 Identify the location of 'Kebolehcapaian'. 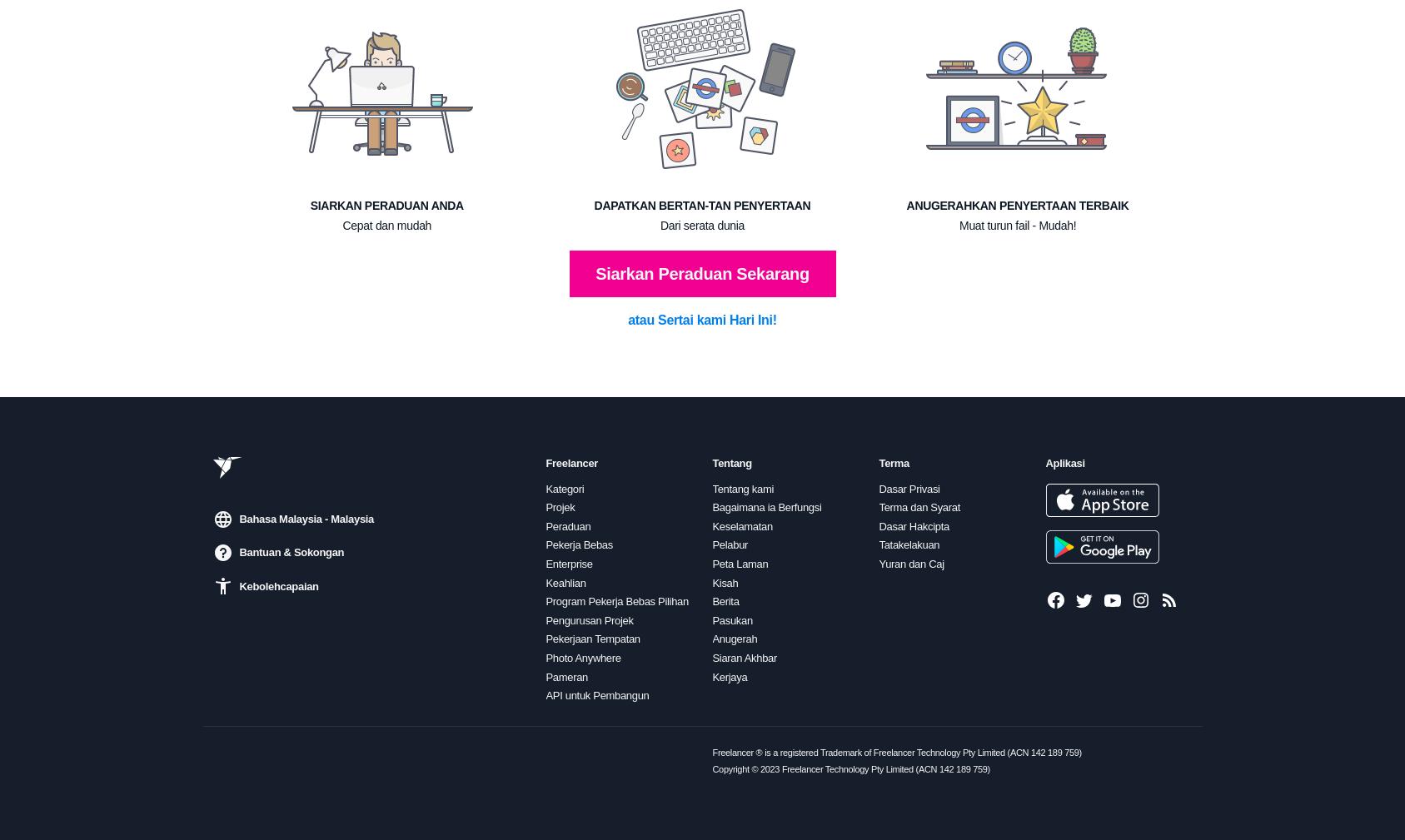
(277, 586).